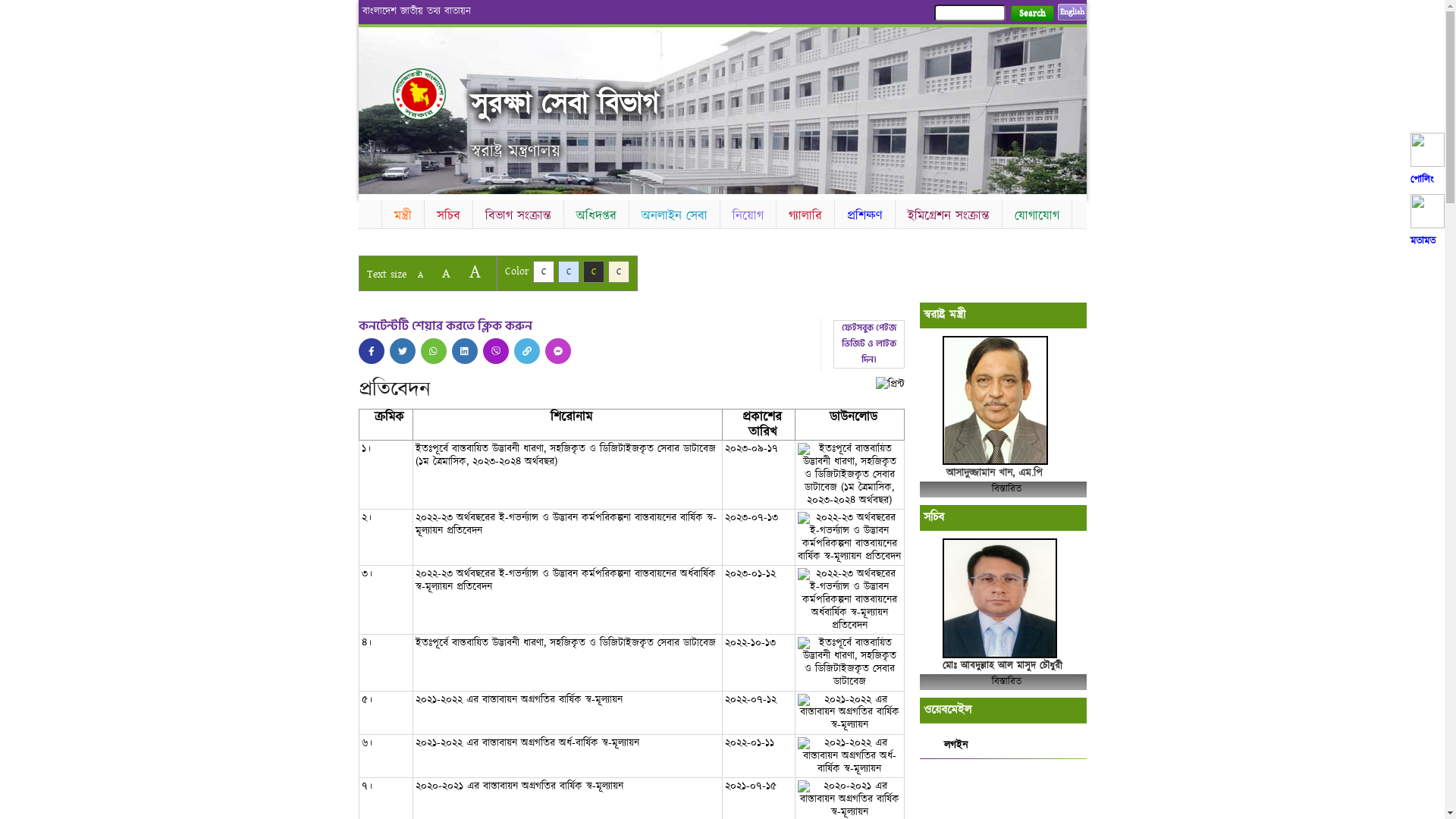 The image size is (1456, 819). Describe the element at coordinates (1031, 13) in the screenshot. I see `'Search'` at that location.